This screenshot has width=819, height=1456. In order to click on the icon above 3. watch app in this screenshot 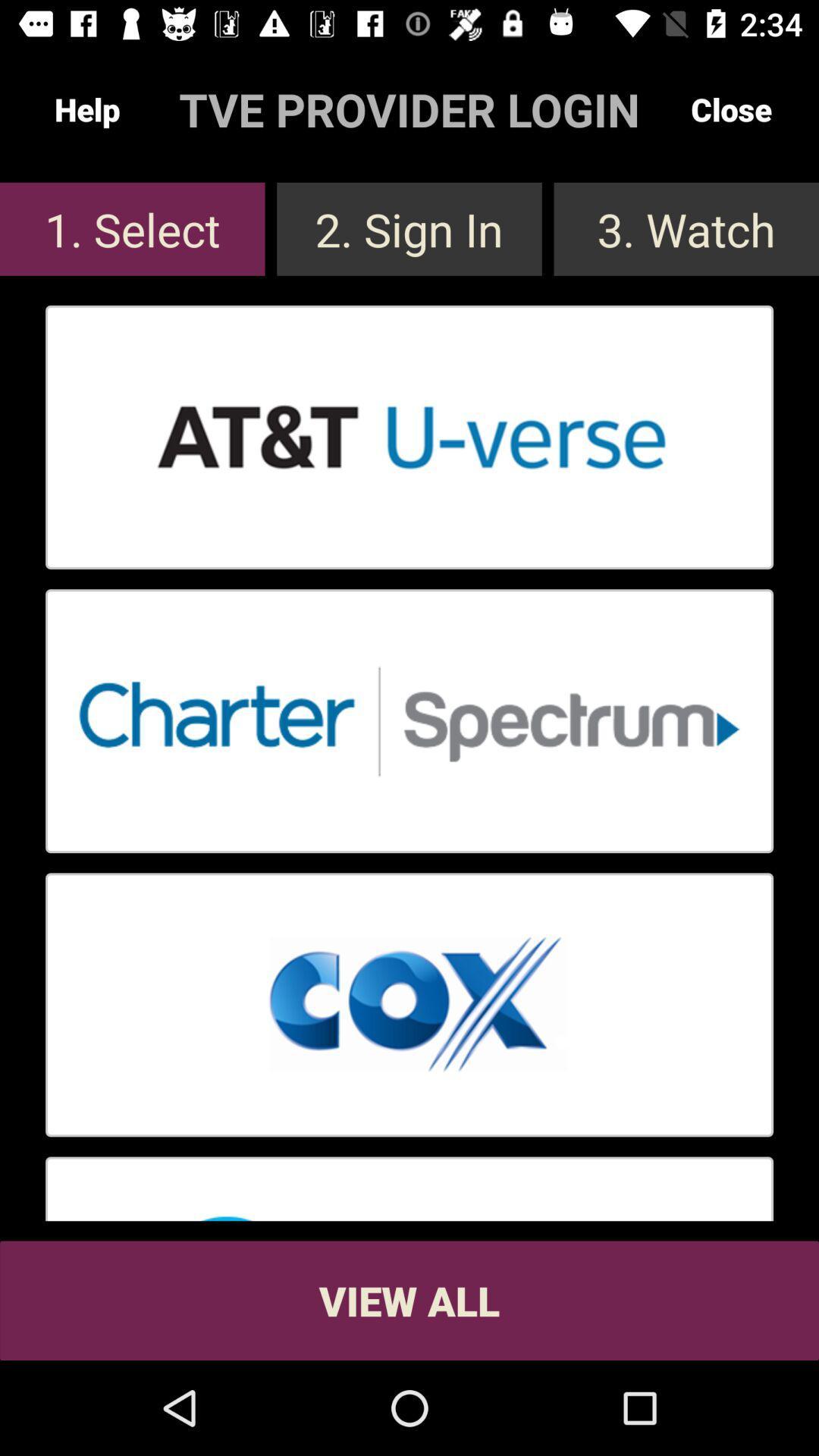, I will do `click(730, 108)`.